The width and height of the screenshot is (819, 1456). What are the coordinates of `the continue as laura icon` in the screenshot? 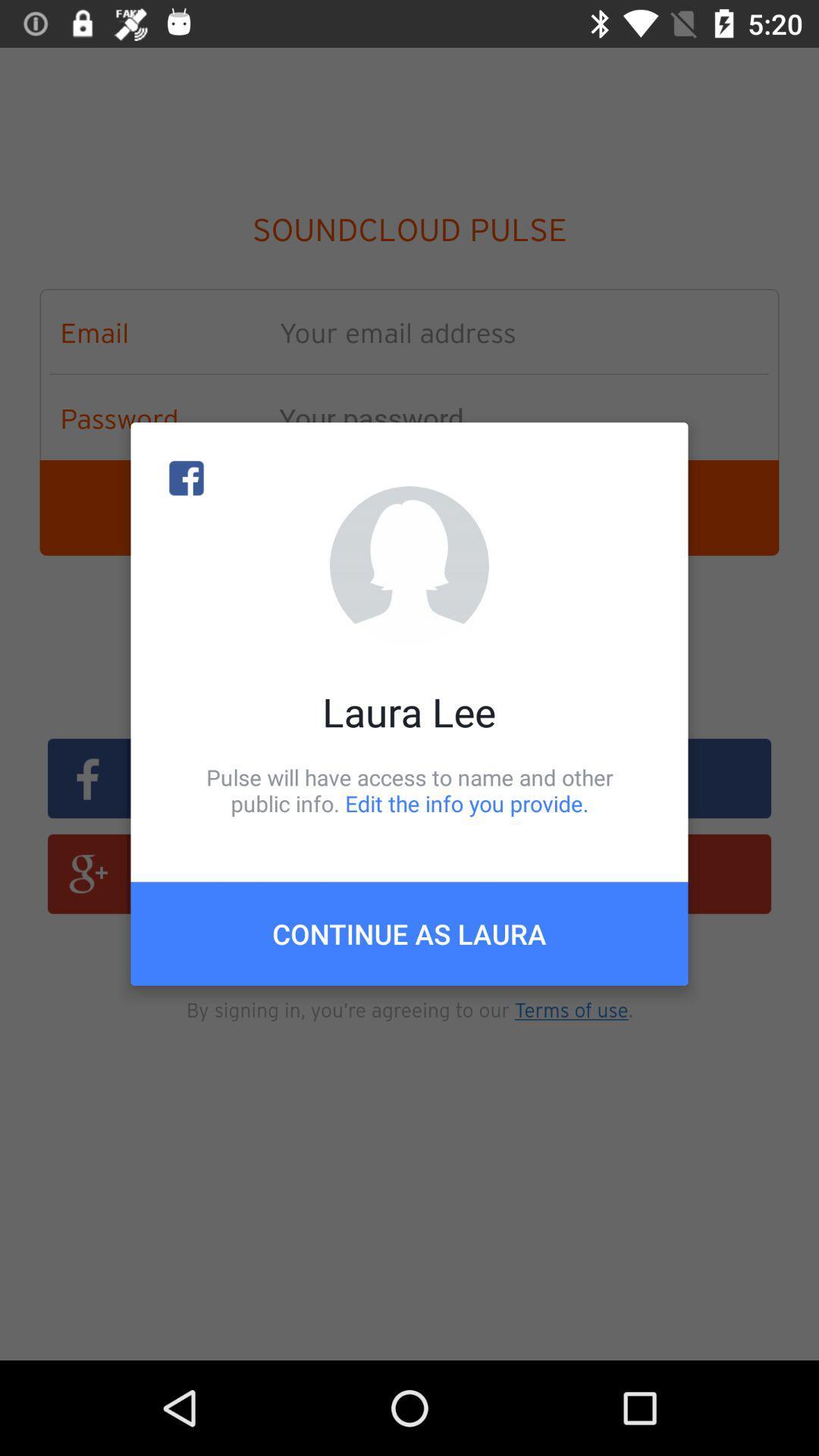 It's located at (409, 933).